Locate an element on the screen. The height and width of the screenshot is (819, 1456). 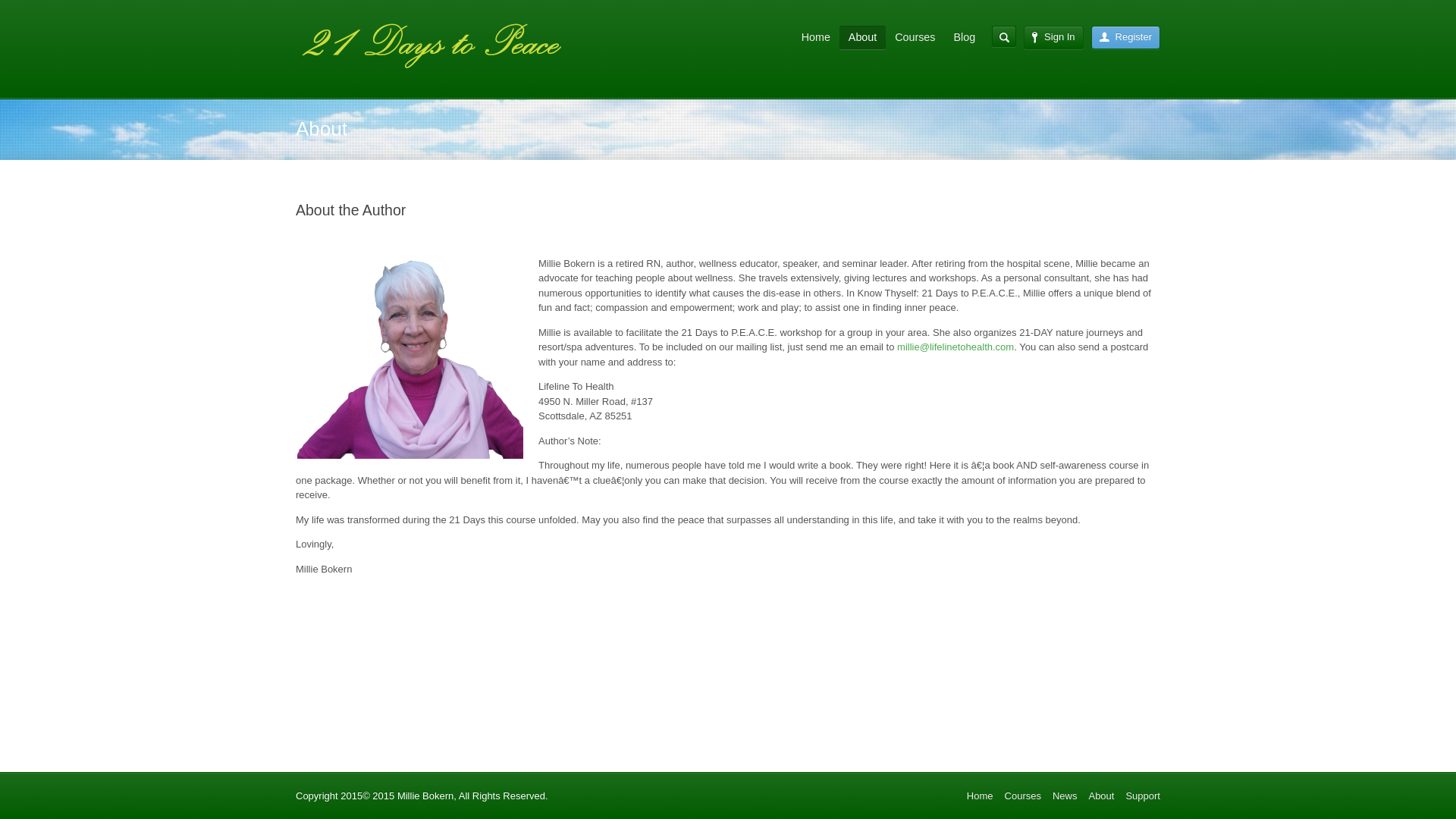
'Home' is located at coordinates (980, 795).